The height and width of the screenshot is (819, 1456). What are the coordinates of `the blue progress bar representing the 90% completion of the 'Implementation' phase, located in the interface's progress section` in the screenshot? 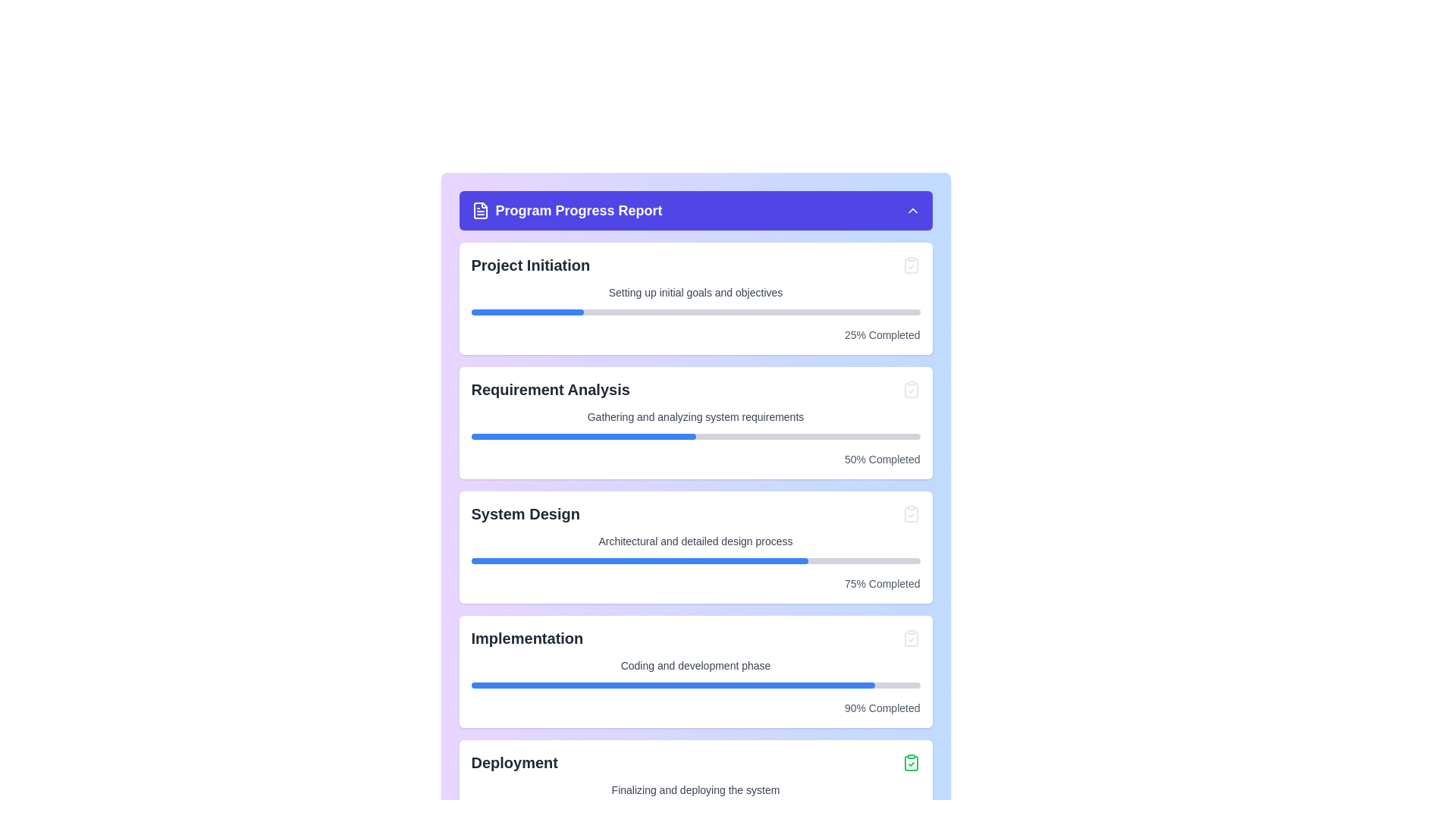 It's located at (672, 685).